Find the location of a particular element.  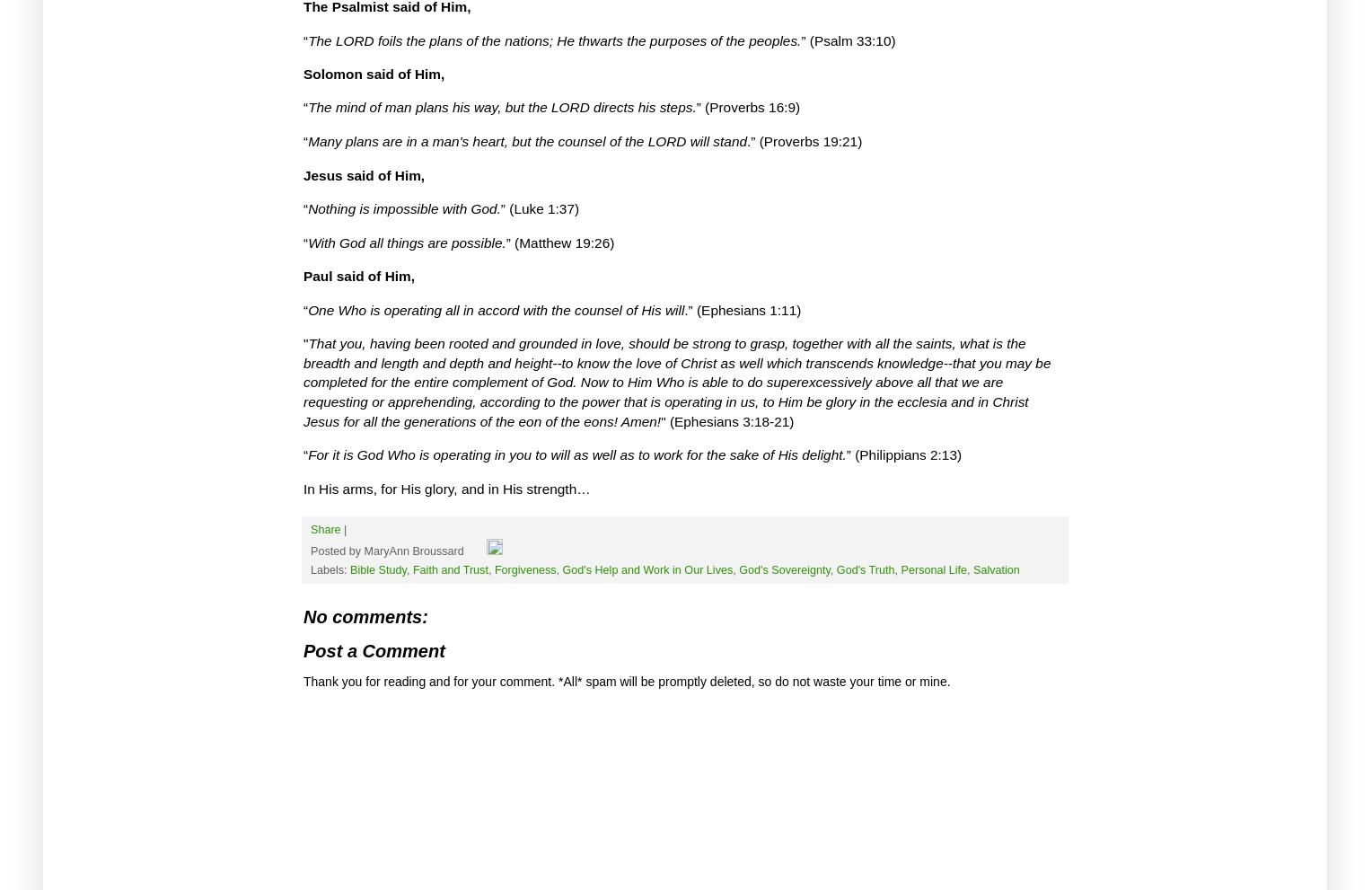

'Posted by' is located at coordinates (336, 551).